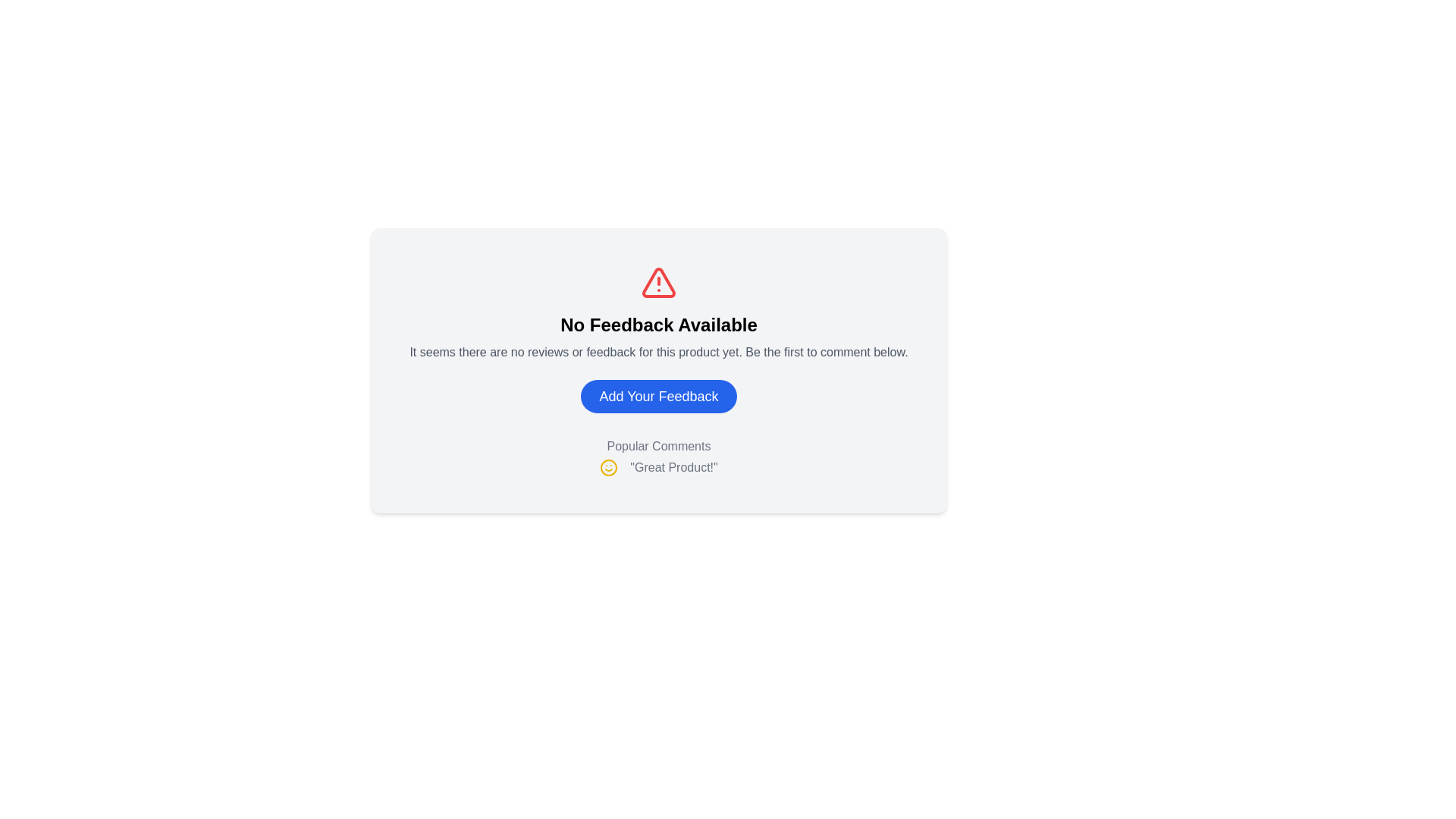 The height and width of the screenshot is (819, 1456). Describe the element at coordinates (658, 324) in the screenshot. I see `notification message located at the top of the centered modal box, below the warning icon and above the explanatory text` at that location.